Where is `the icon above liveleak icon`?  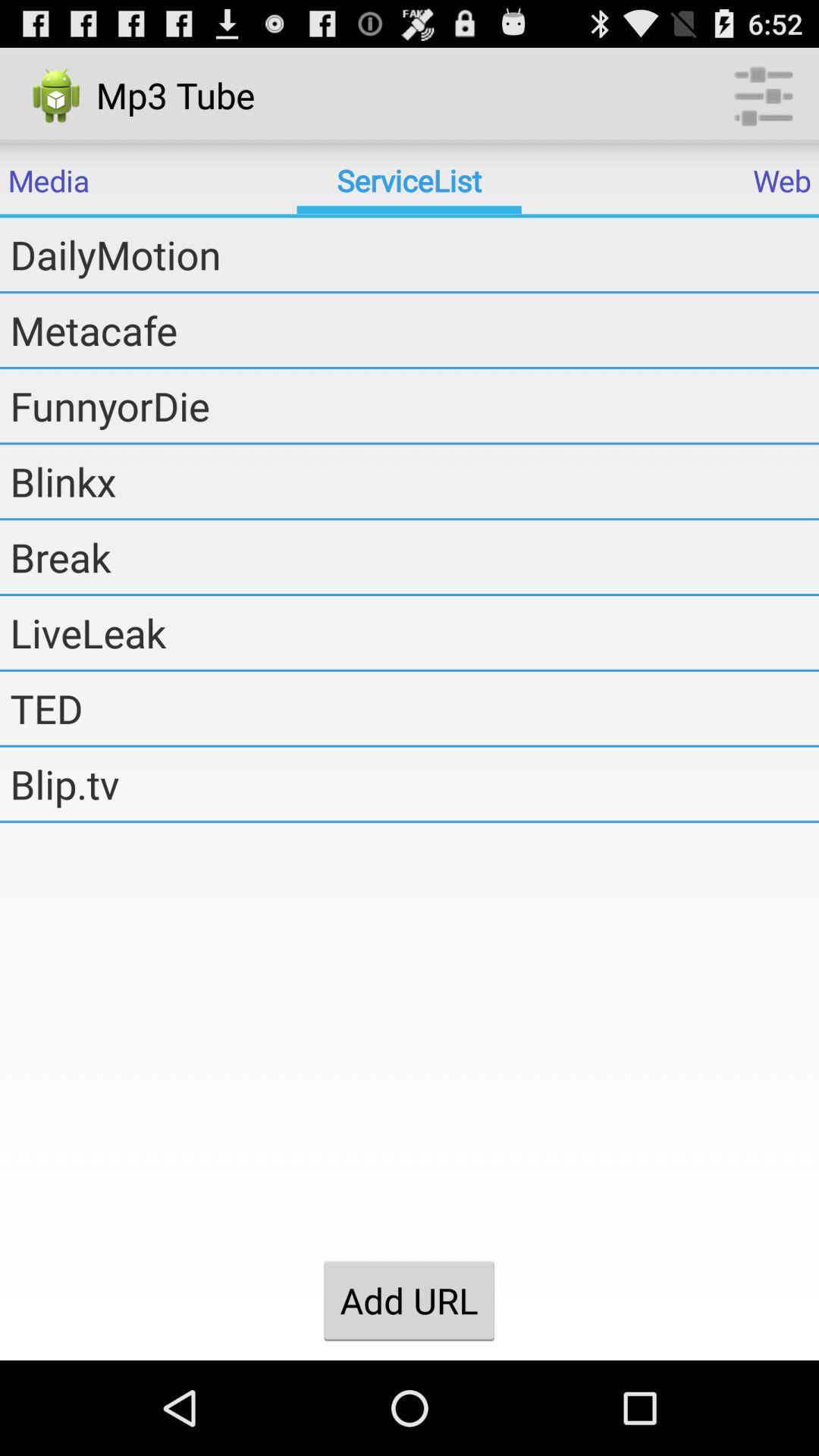 the icon above liveleak icon is located at coordinates (414, 556).